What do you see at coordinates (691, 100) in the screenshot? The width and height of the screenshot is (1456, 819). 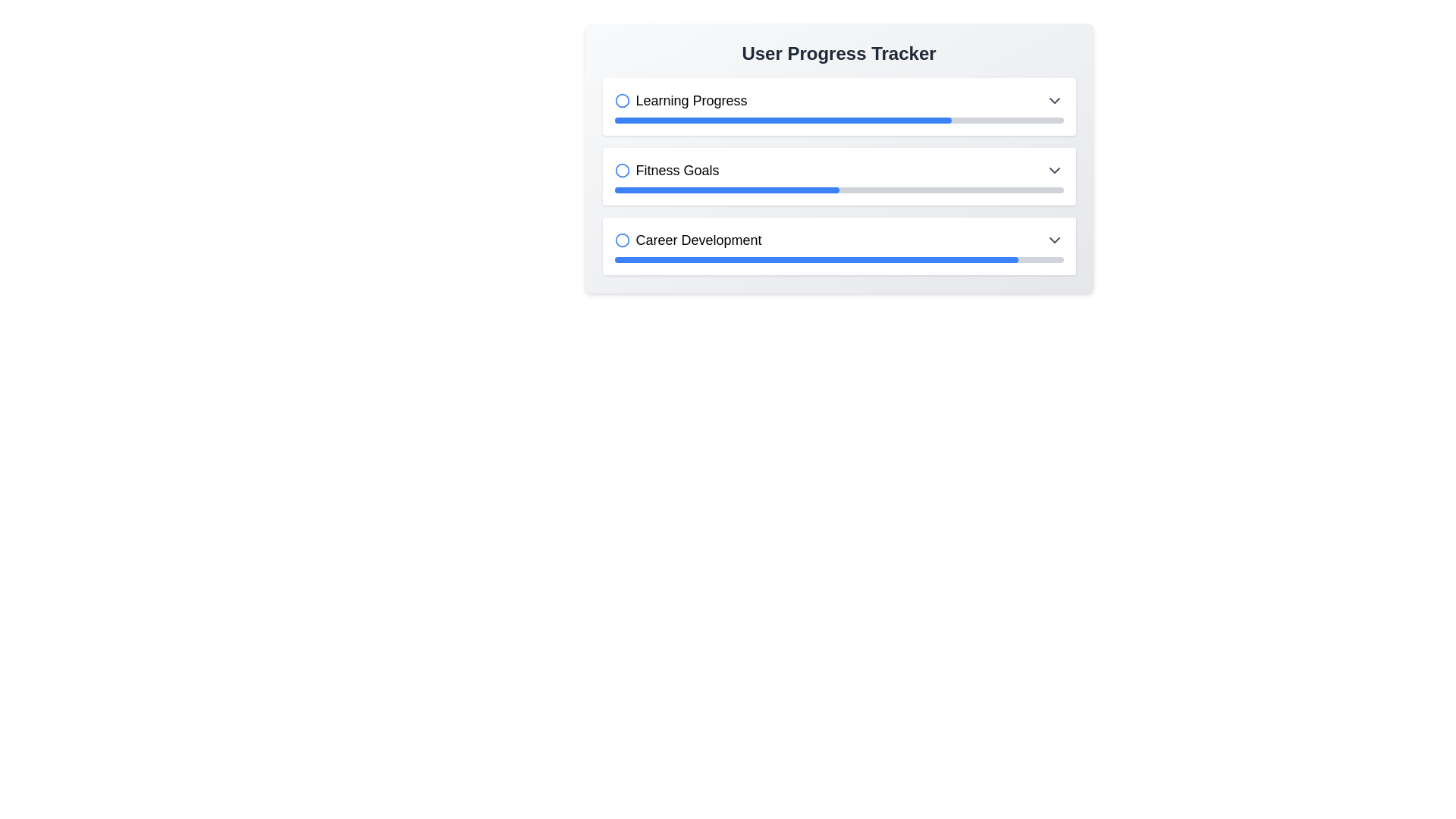 I see `text label that describes the first progress tracking item in the 'User Progress Tracker' section, which is positioned to the right of a circular icon` at bounding box center [691, 100].